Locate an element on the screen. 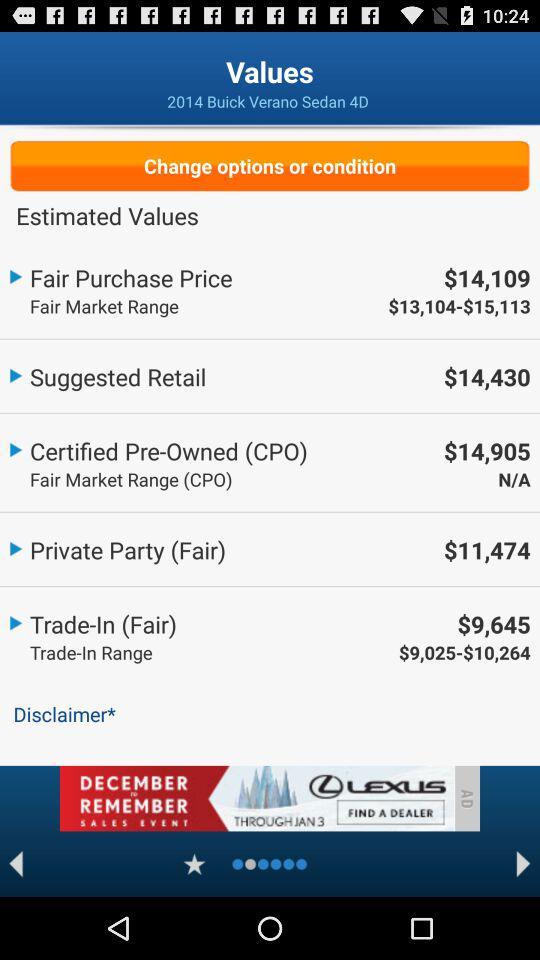 The width and height of the screenshot is (540, 960). the arrow left to suggested retail is located at coordinates (14, 373).